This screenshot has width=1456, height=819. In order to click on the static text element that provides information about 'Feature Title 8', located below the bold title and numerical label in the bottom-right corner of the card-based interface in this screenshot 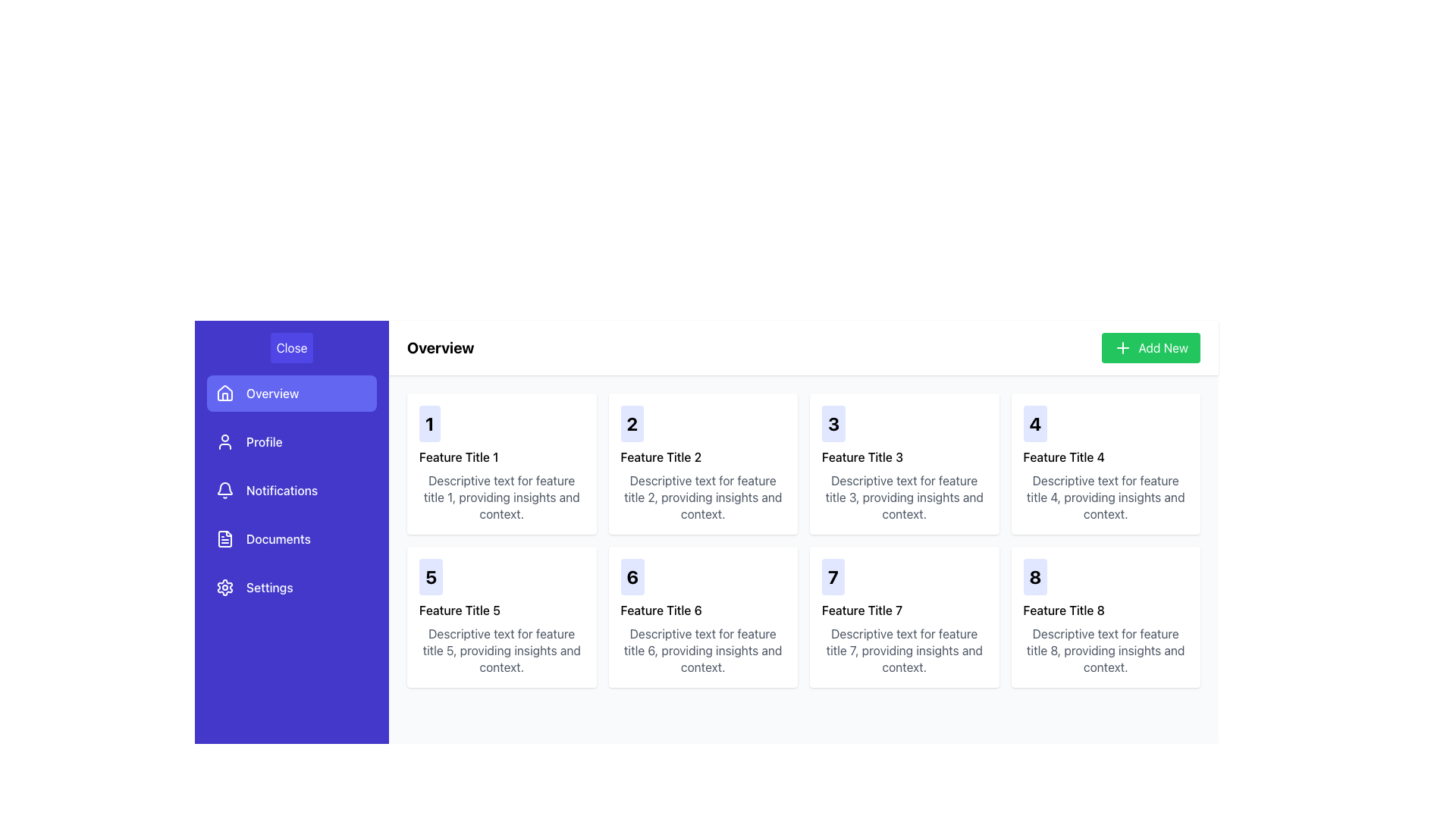, I will do `click(1106, 649)`.